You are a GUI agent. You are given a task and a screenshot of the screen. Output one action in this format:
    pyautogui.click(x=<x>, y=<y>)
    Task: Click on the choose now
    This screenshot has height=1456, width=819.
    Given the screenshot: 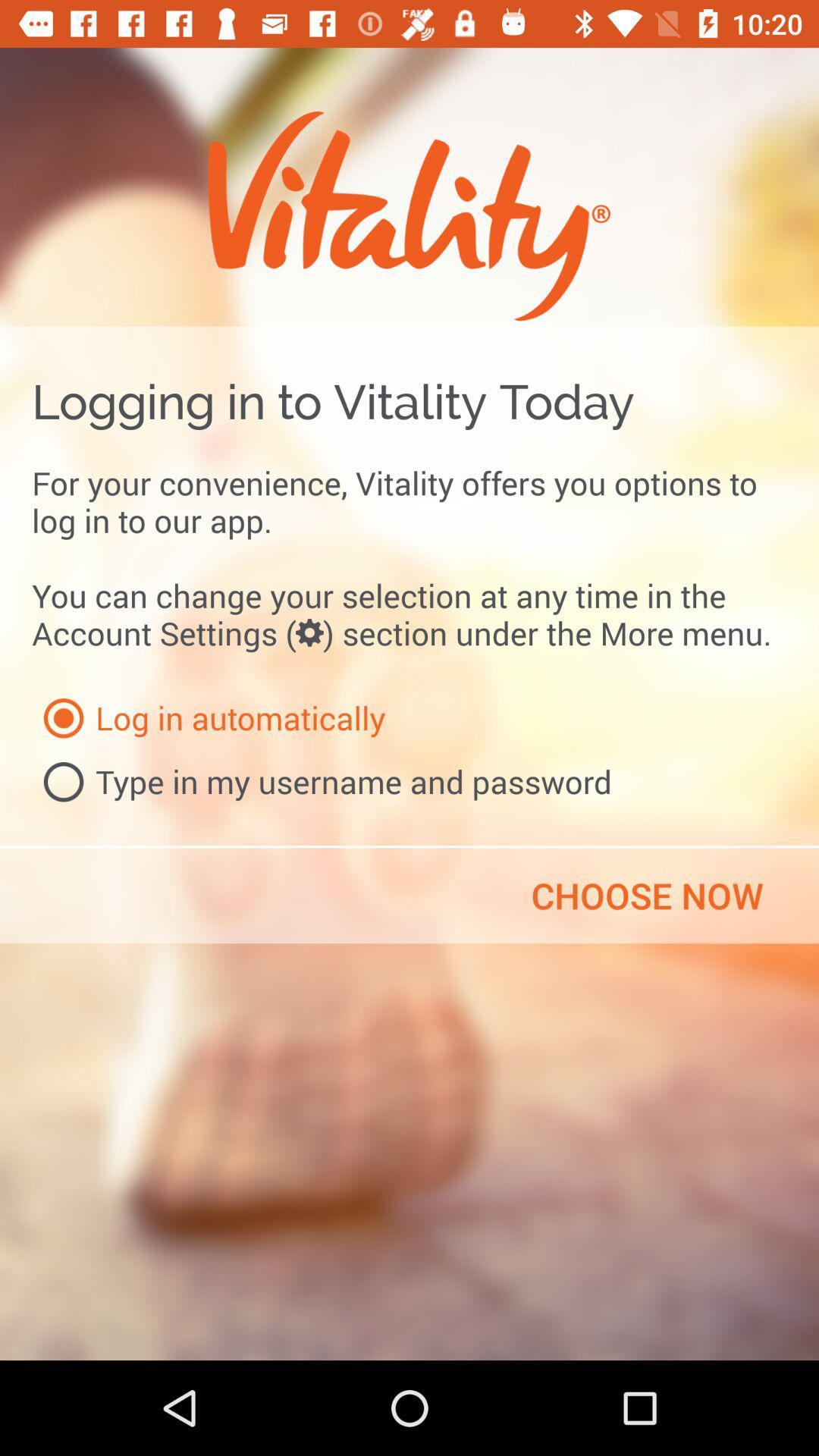 What is the action you would take?
    pyautogui.click(x=647, y=896)
    